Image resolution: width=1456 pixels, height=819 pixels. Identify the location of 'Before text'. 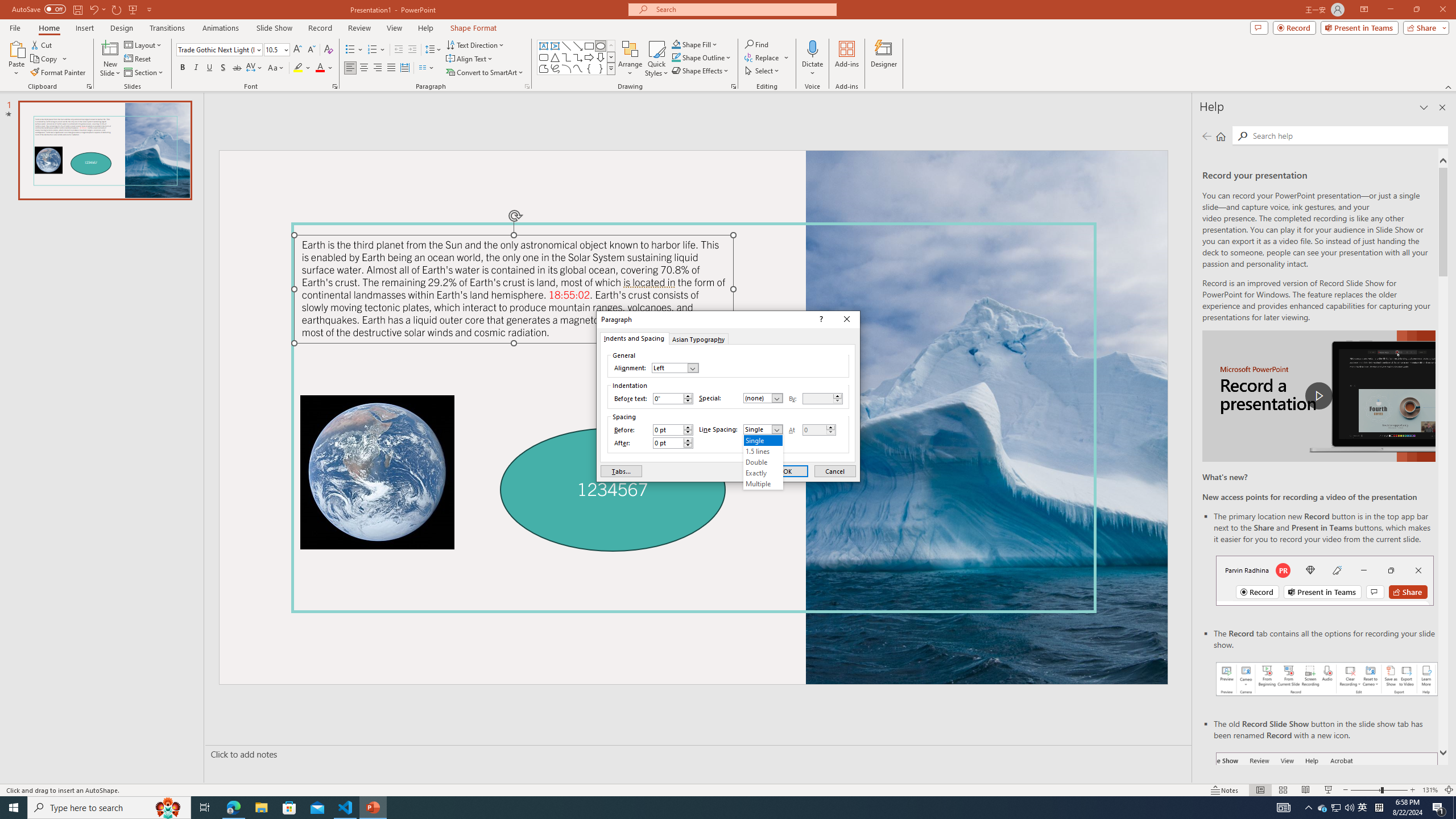
(668, 398).